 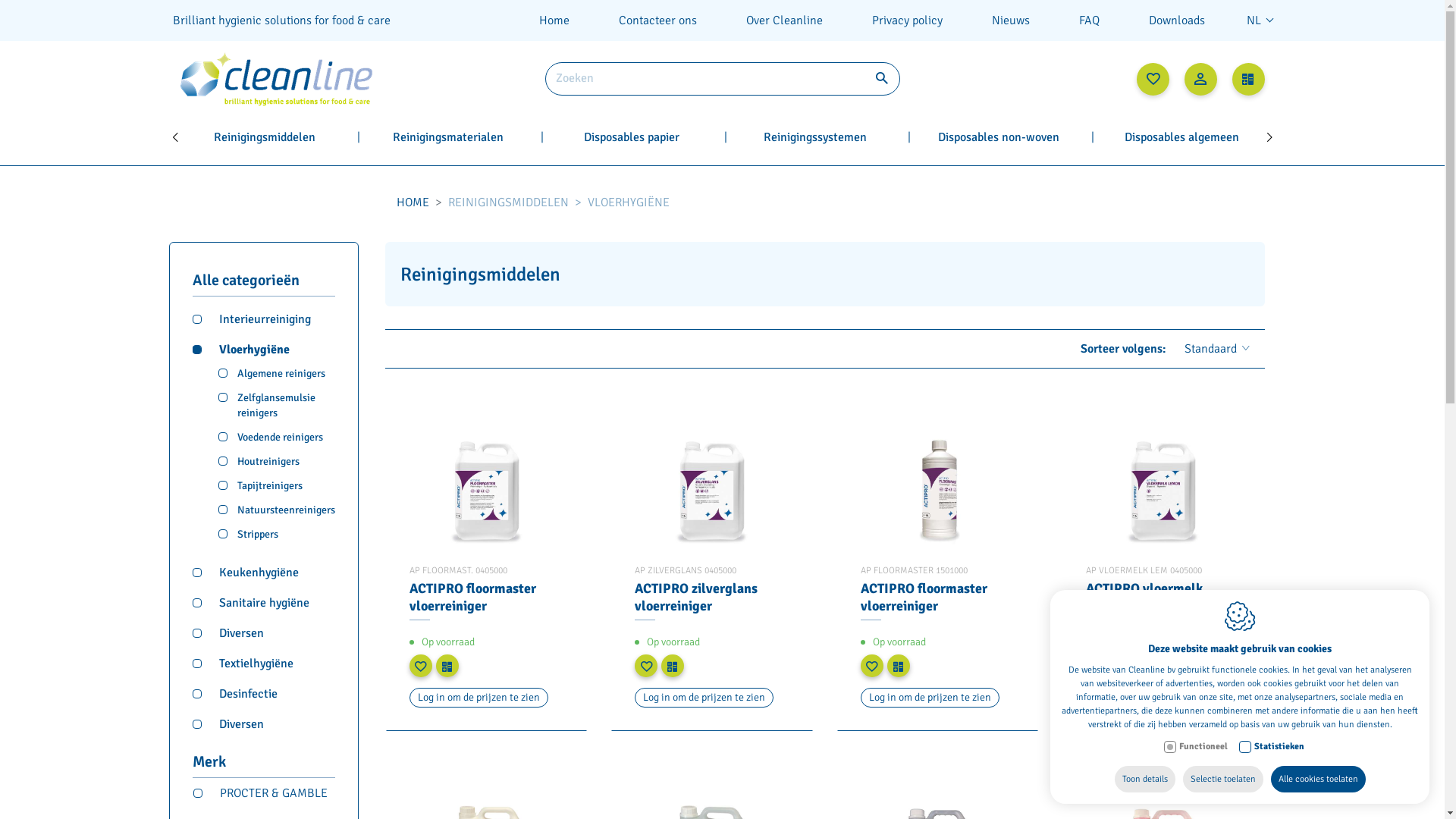 What do you see at coordinates (1259, 20) in the screenshot?
I see `'NL'` at bounding box center [1259, 20].